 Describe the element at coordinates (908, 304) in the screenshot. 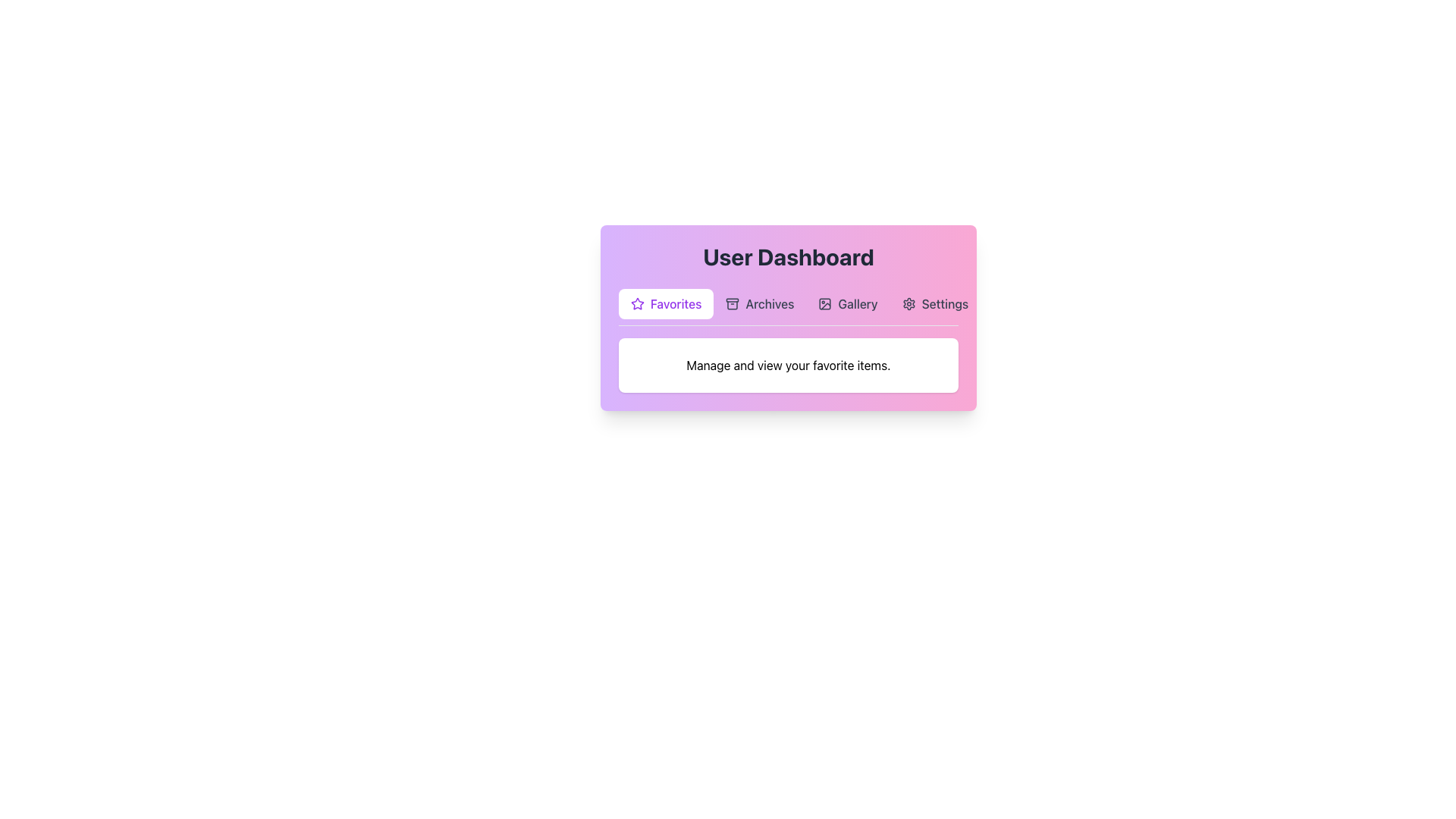

I see `the gear icon representing the 'Settings' menu, which is characterized by its circular shape with cogs` at that location.